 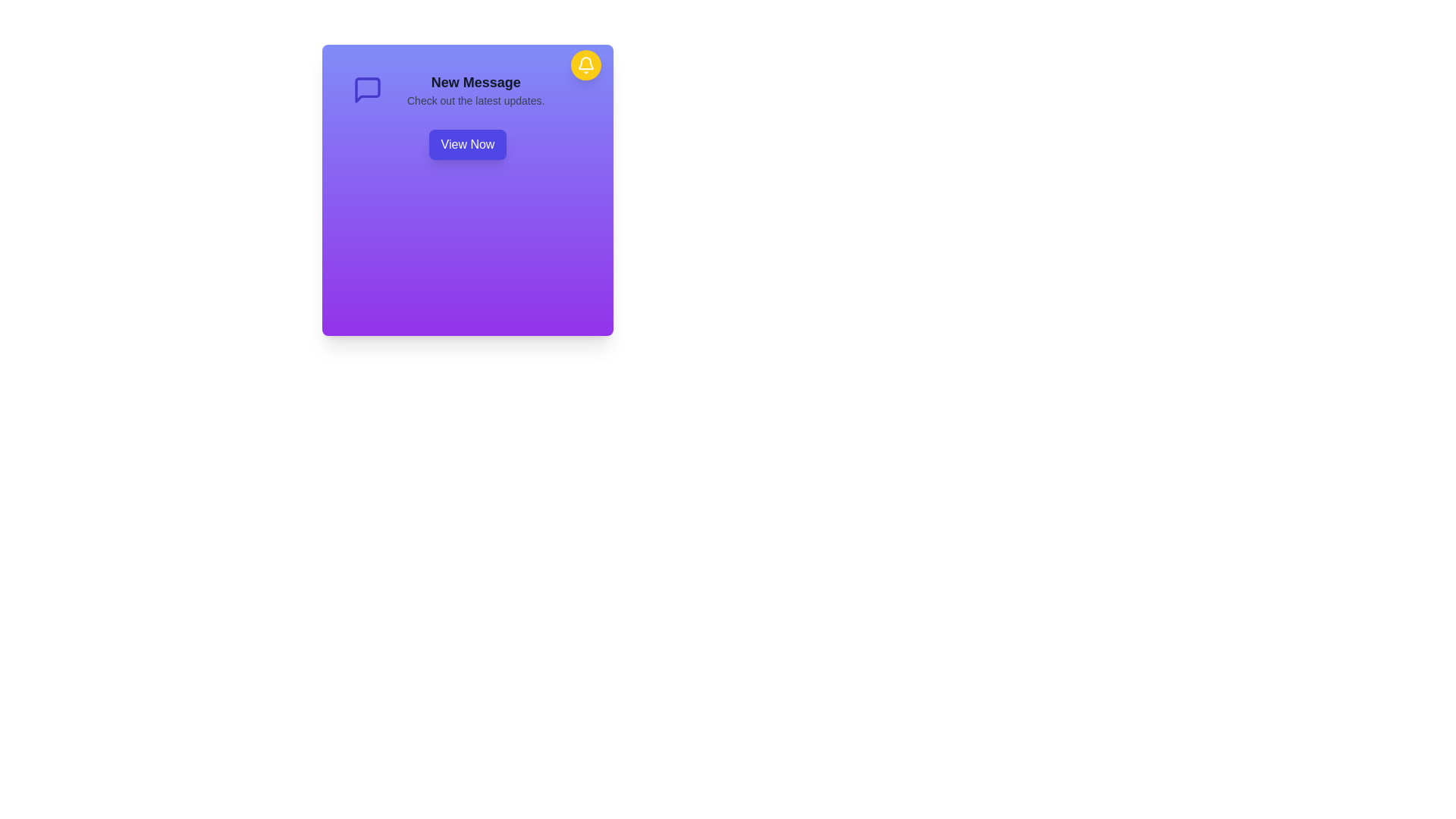 I want to click on the Notification panel displaying the title 'New Message' and description, located within a purple-gradient notification card, to draw attention to the associated 'View Now' button, so click(x=467, y=90).